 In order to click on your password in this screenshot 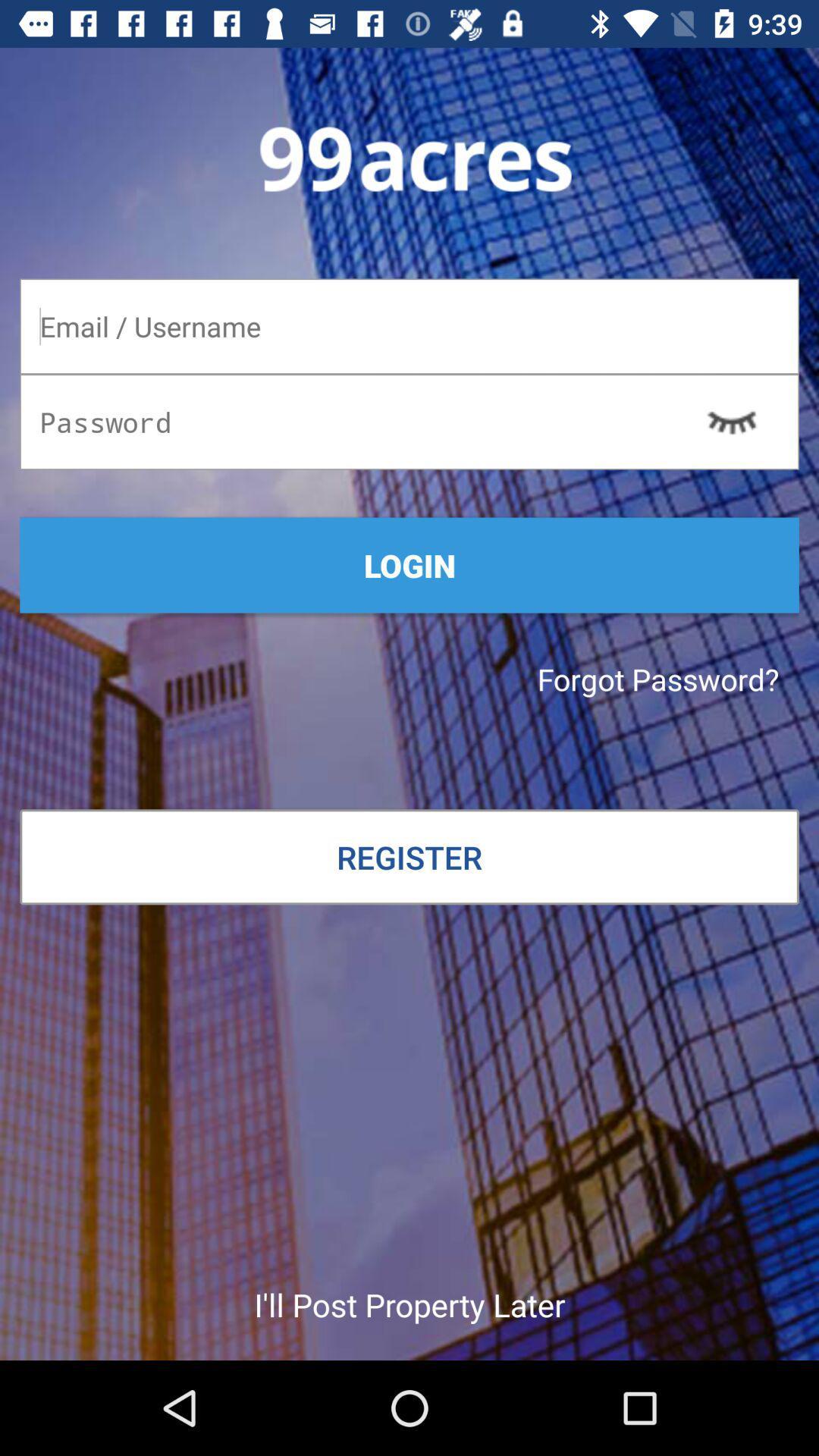, I will do `click(409, 422)`.